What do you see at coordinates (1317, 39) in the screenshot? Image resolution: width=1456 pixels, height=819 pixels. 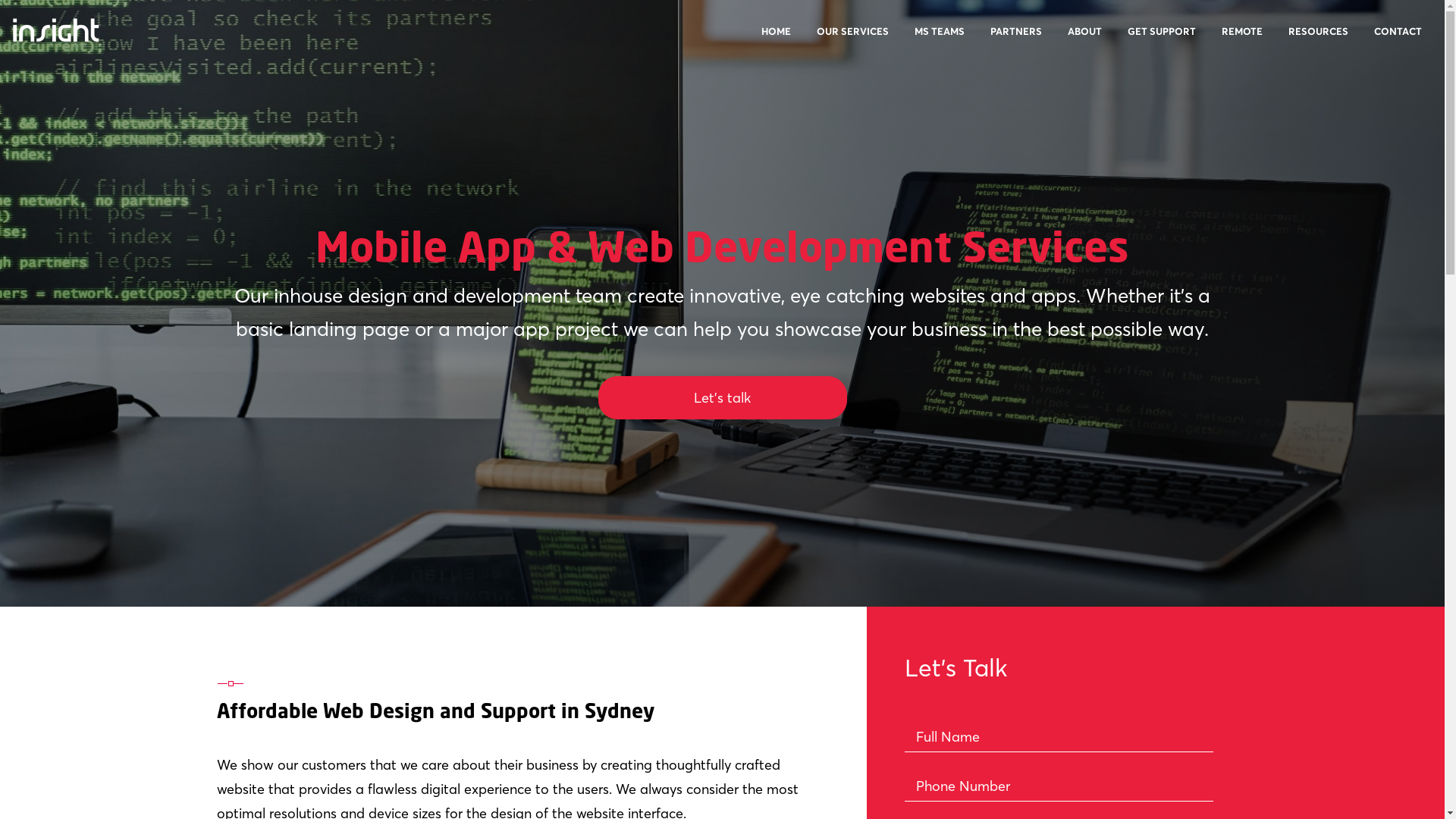 I see `'RESOURCES'` at bounding box center [1317, 39].